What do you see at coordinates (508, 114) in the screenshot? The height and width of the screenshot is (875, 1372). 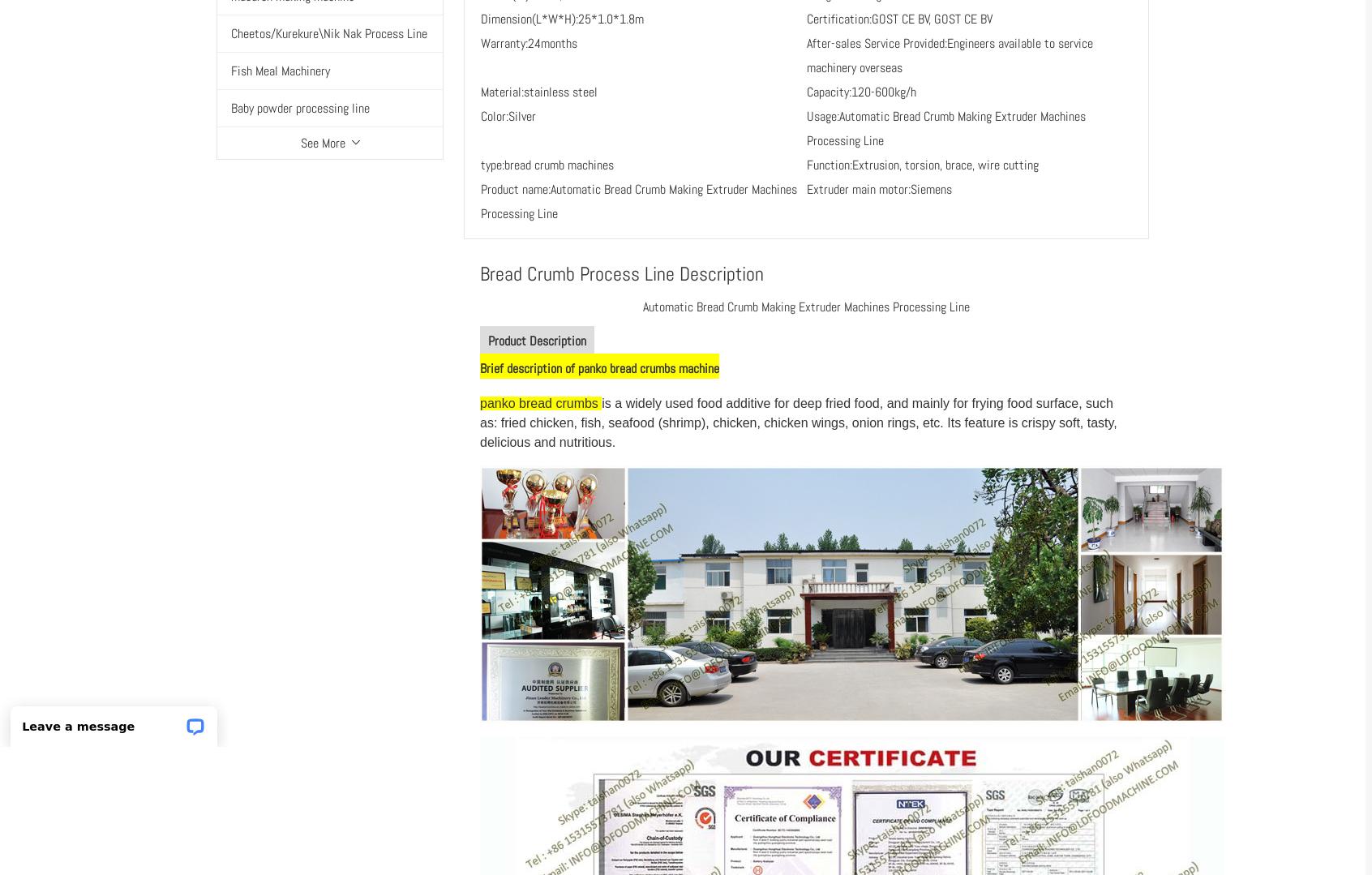 I see `'Color:Silver'` at bounding box center [508, 114].